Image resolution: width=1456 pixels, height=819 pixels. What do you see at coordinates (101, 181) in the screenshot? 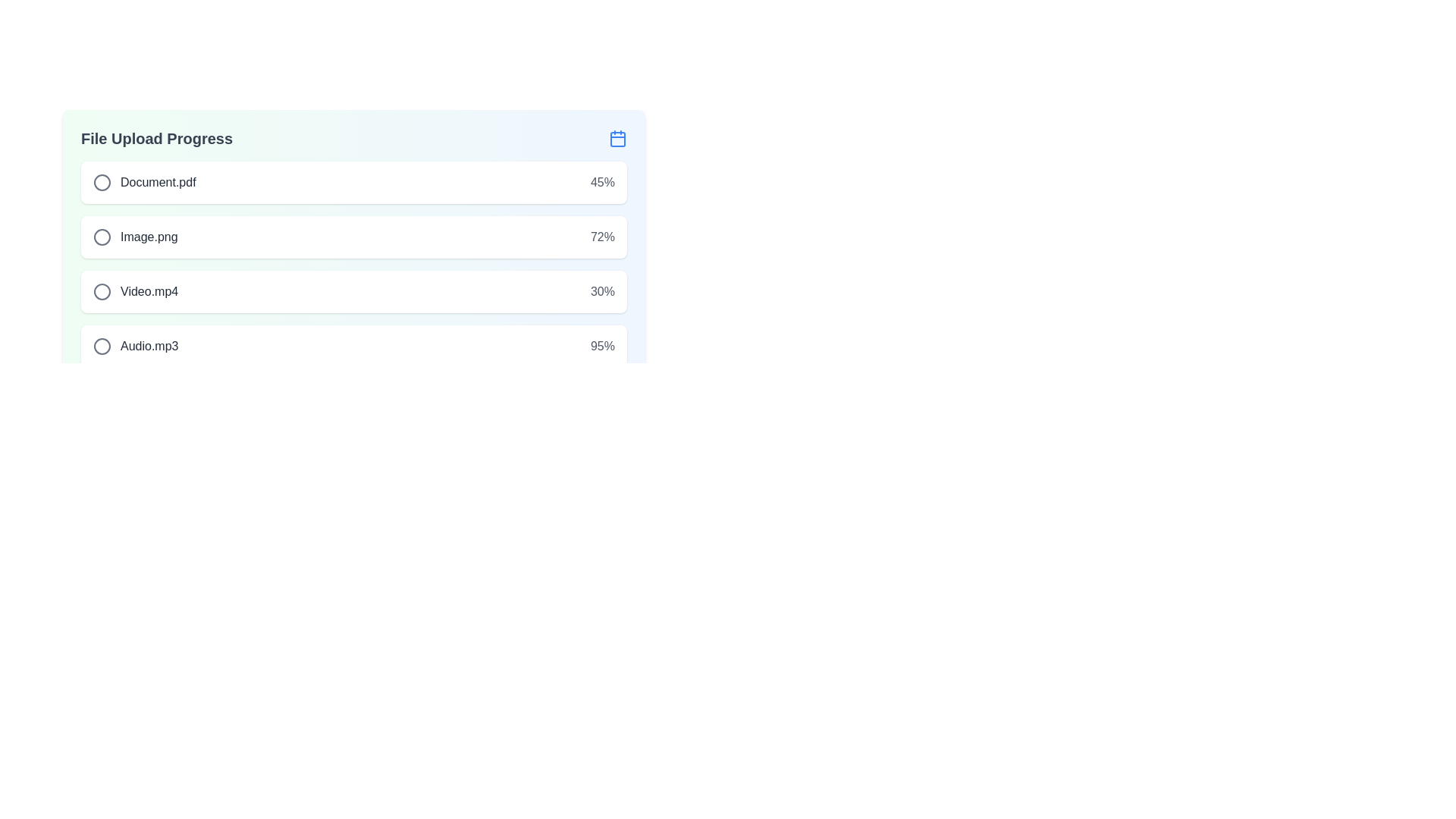
I see `the selection indicator (radio button) for 'Document.pdf' located at the far left of the item row in the 'File Upload Progress' interface` at bounding box center [101, 181].